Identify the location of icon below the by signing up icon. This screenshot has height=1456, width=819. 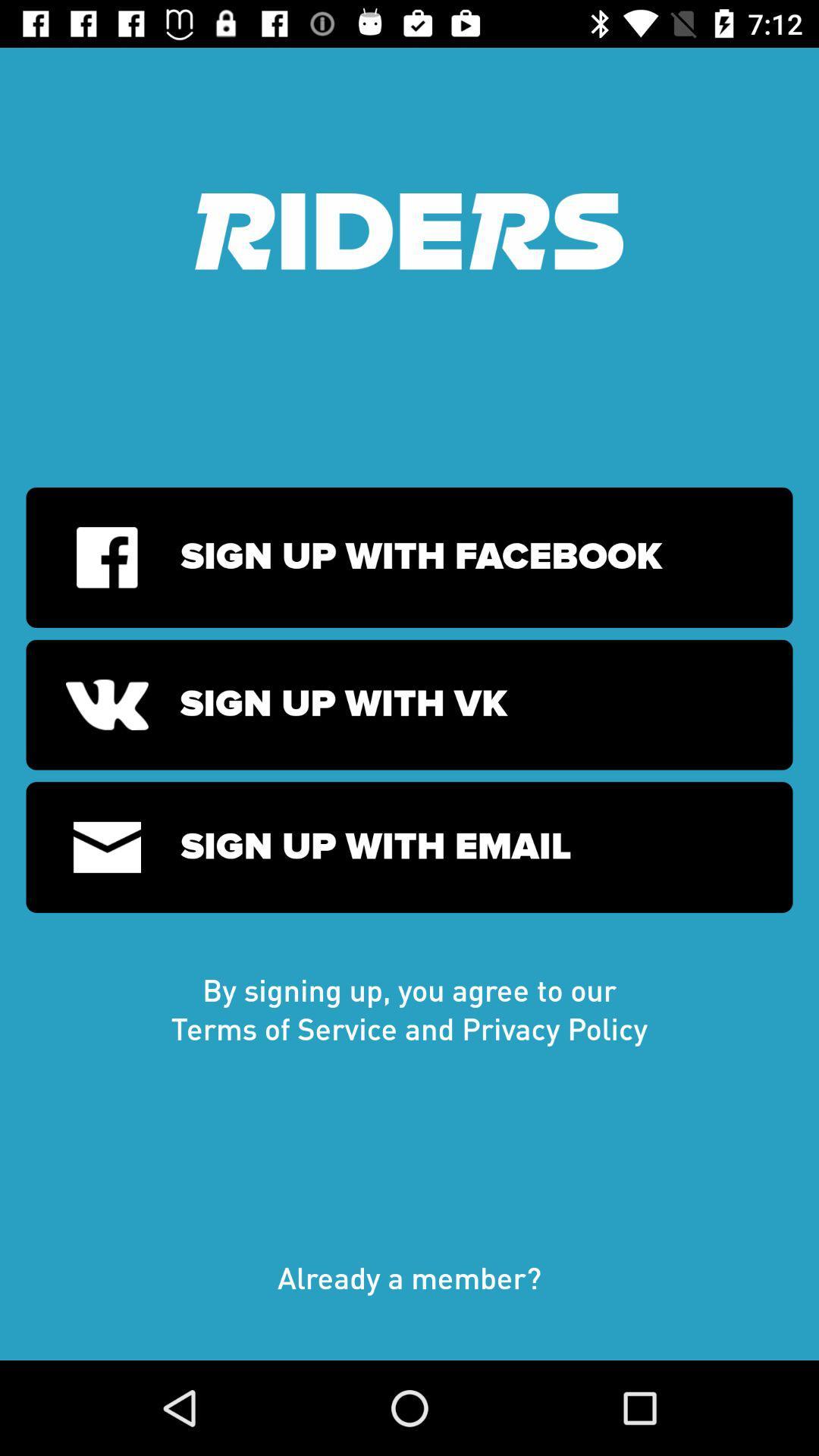
(409, 1292).